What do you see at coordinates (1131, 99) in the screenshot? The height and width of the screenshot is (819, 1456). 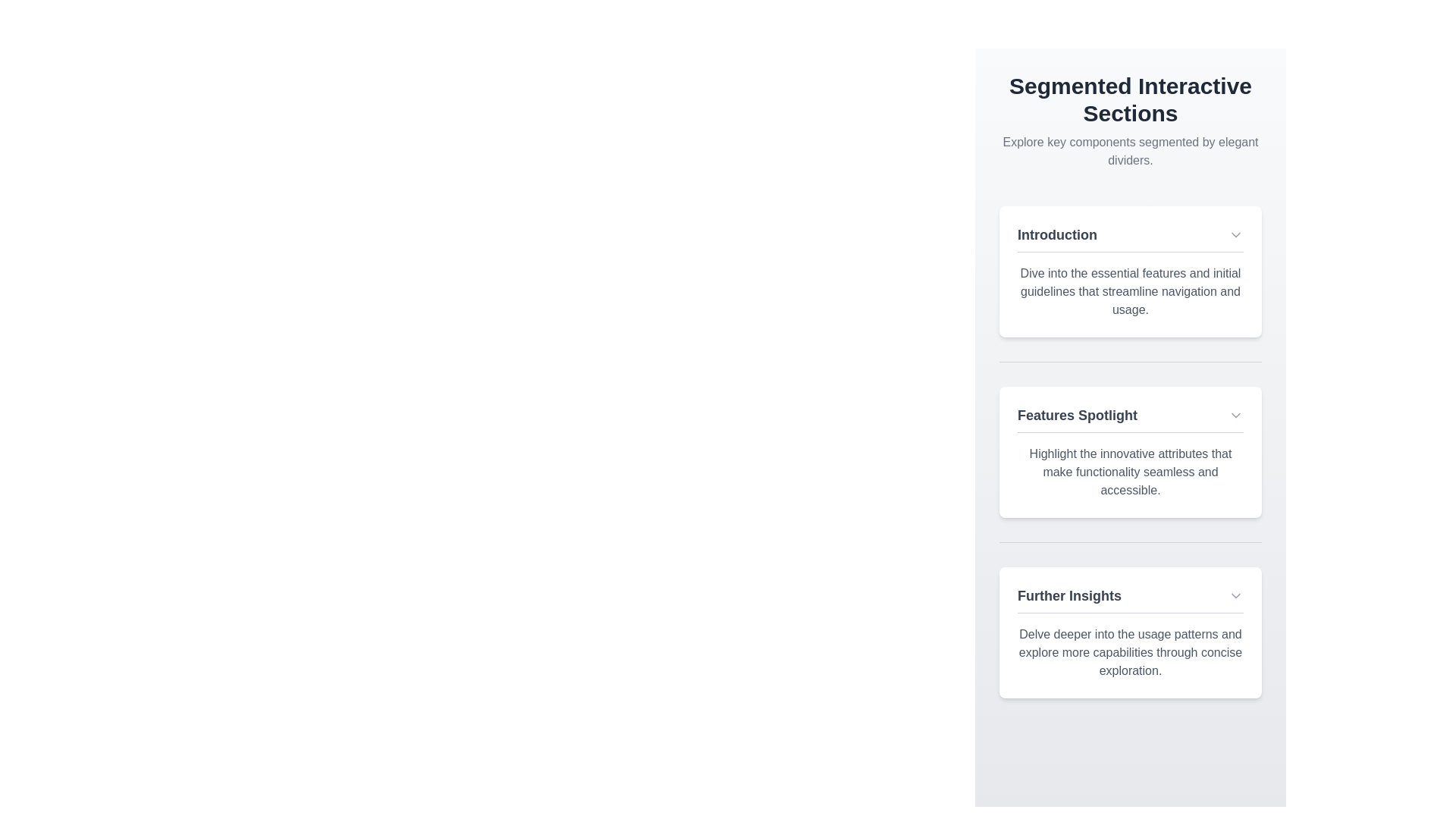 I see `the Header element, which is the title for a section positioned at the top of a vertical layout, above a smaller descriptive subtitle` at bounding box center [1131, 99].